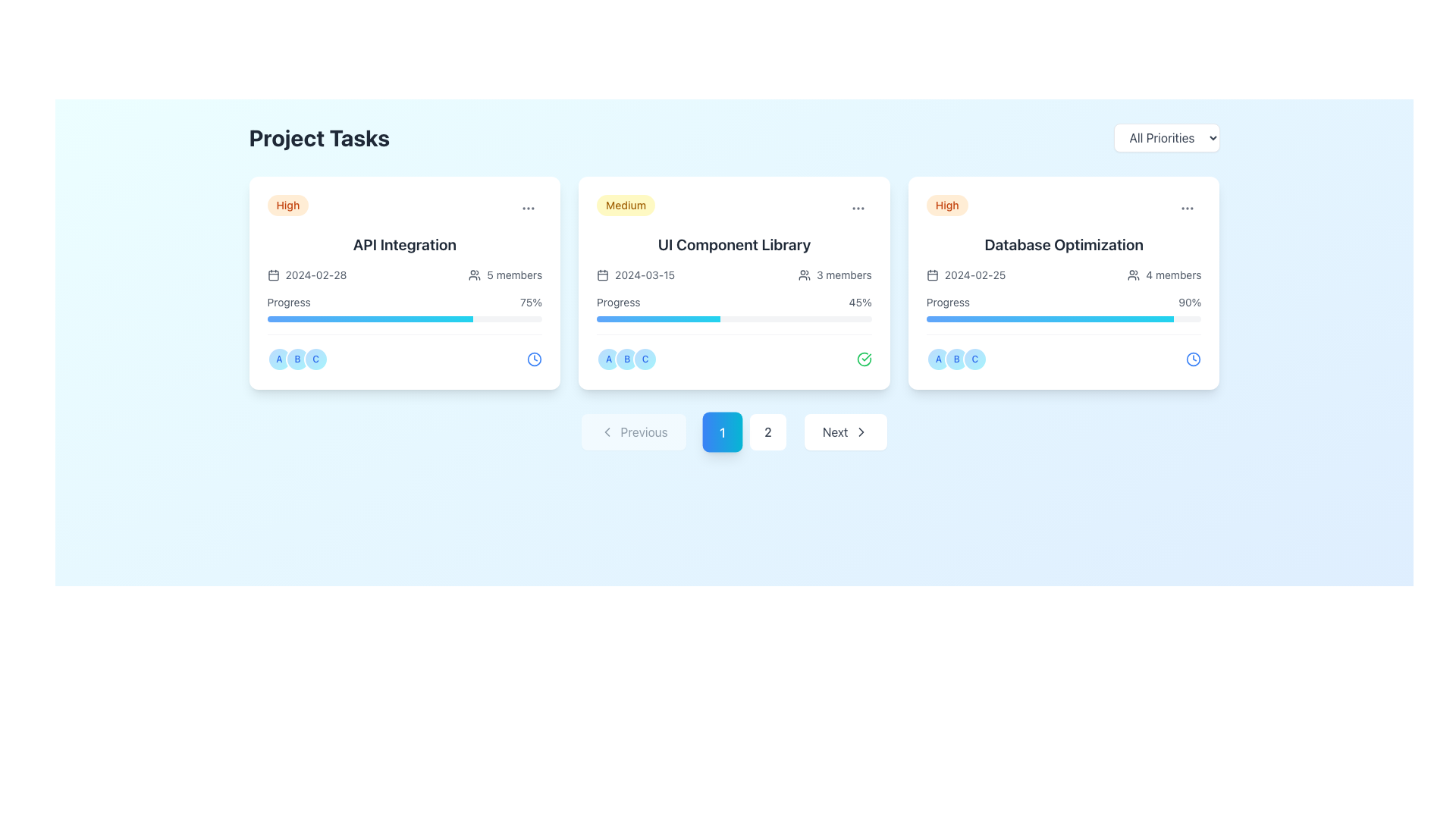 Image resolution: width=1456 pixels, height=819 pixels. What do you see at coordinates (946, 205) in the screenshot?
I see `text 'High' from the label component indicating the priority level of the associated task in the 'Database Optimization' card, located in the top-left section above the task title` at bounding box center [946, 205].